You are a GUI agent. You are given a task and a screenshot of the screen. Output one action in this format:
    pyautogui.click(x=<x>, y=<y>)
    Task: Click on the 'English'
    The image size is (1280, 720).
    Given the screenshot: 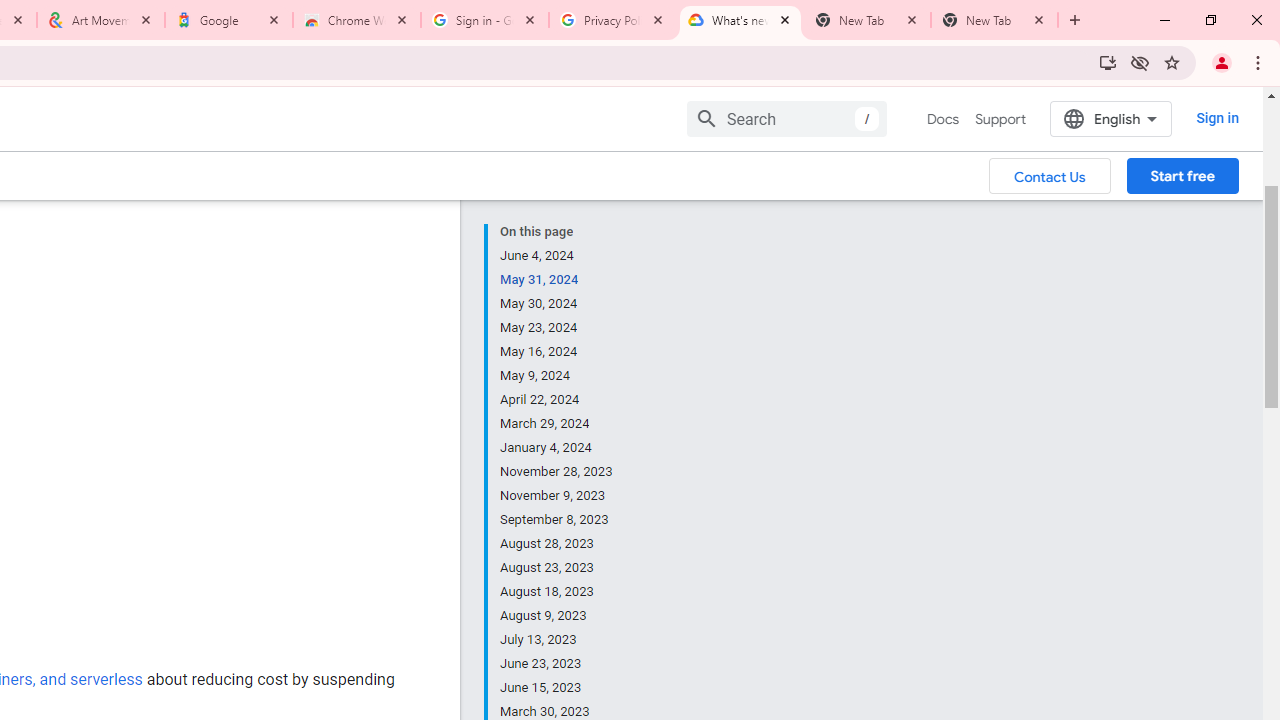 What is the action you would take?
    pyautogui.click(x=1110, y=118)
    